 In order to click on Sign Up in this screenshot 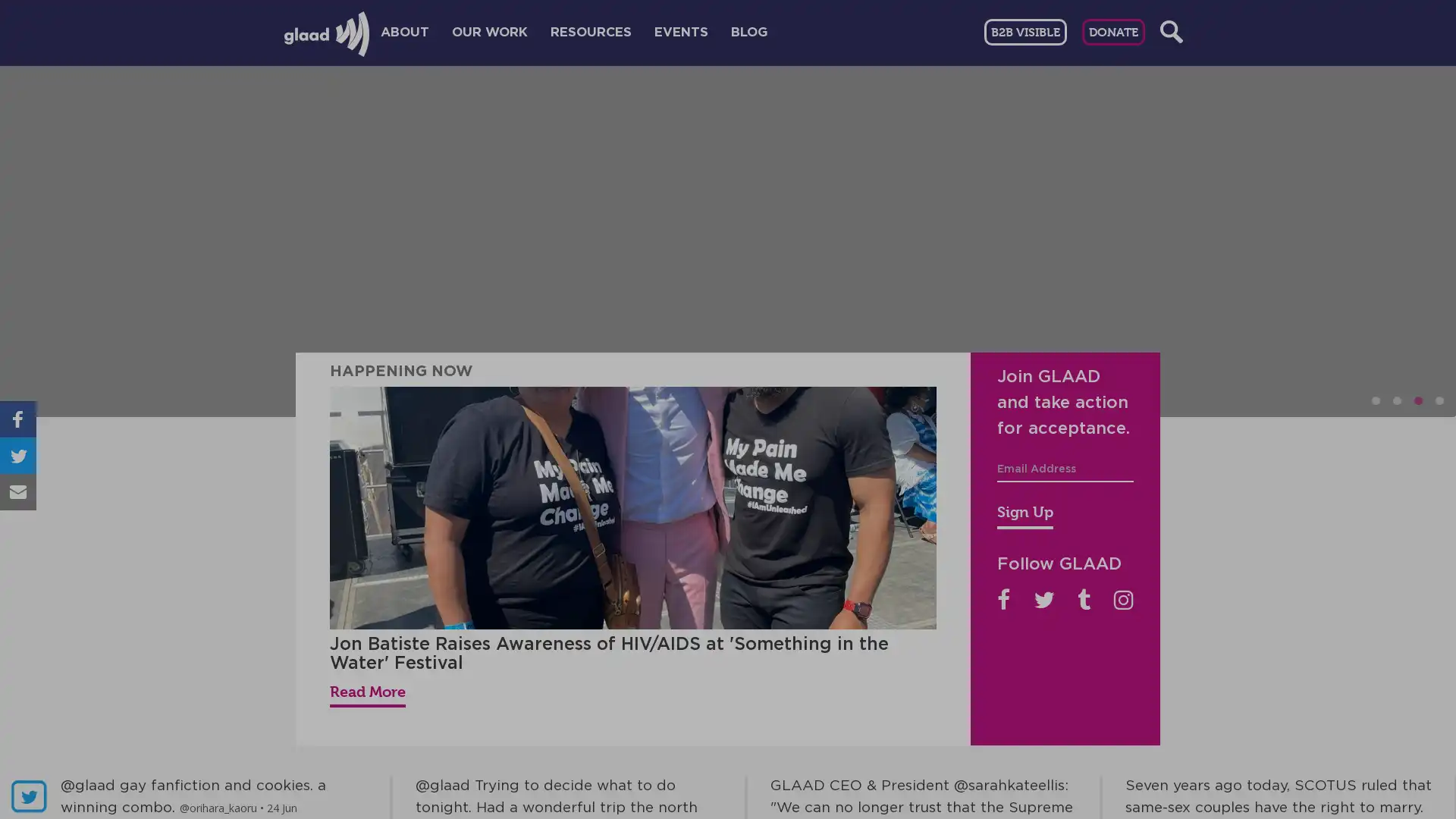, I will do `click(1025, 513)`.